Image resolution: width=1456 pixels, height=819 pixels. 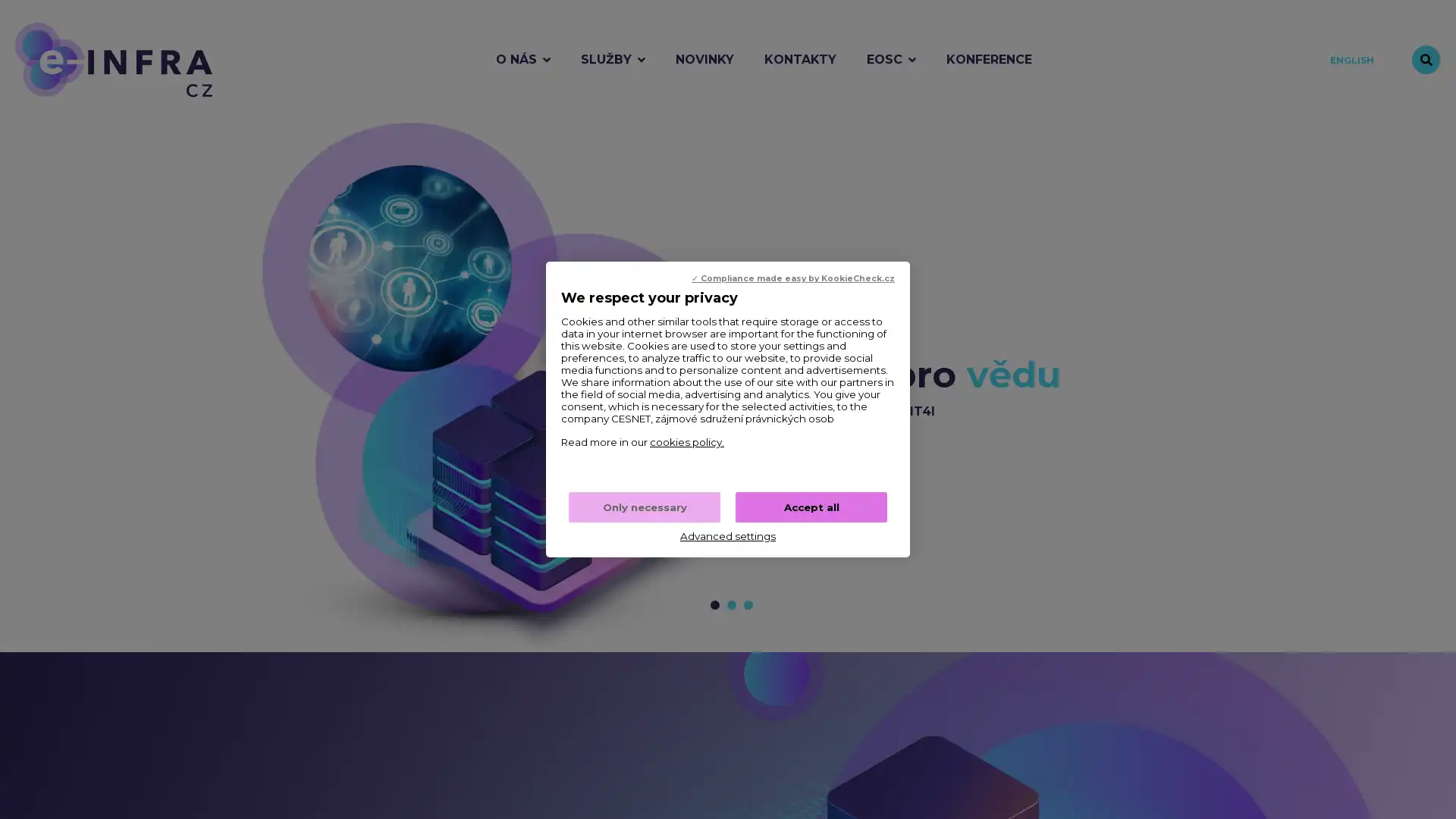 I want to click on Vyhledavani, so click(x=1426, y=58).